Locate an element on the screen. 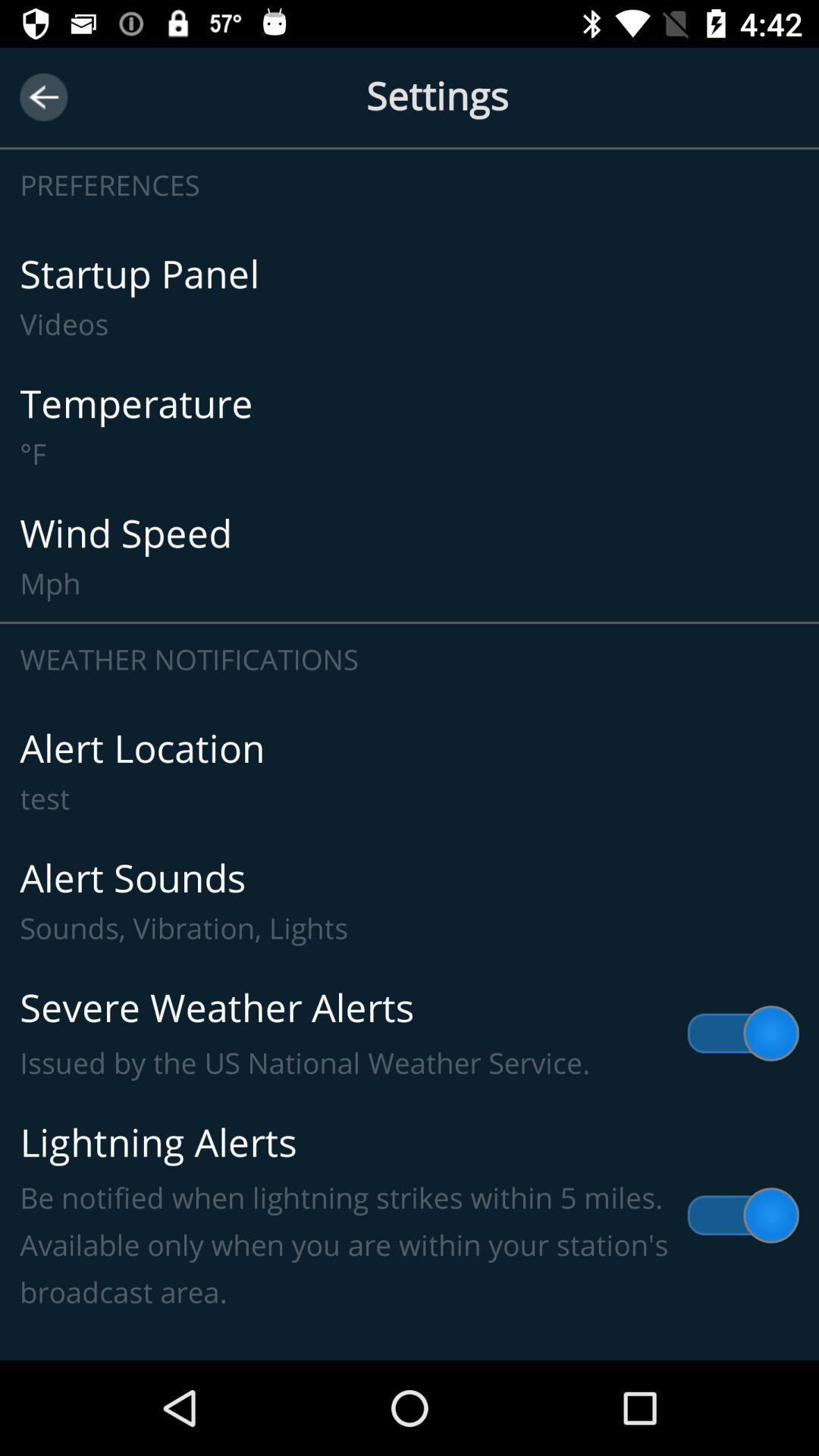 This screenshot has width=819, height=1456. the arrow_backward icon is located at coordinates (42, 96).